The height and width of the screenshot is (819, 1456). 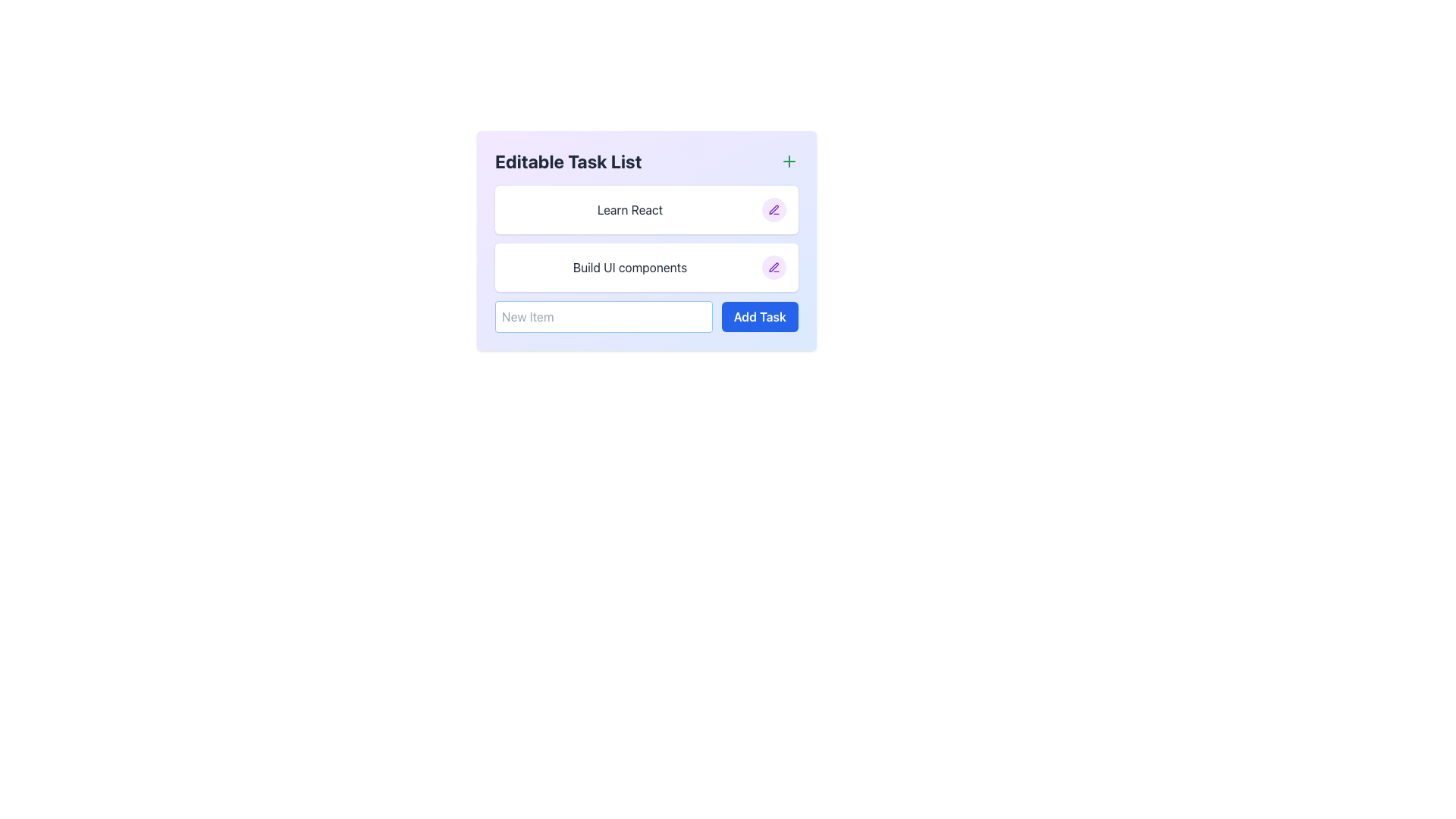 What do you see at coordinates (647, 210) in the screenshot?
I see `on the task display block titled 'Learn React'` at bounding box center [647, 210].